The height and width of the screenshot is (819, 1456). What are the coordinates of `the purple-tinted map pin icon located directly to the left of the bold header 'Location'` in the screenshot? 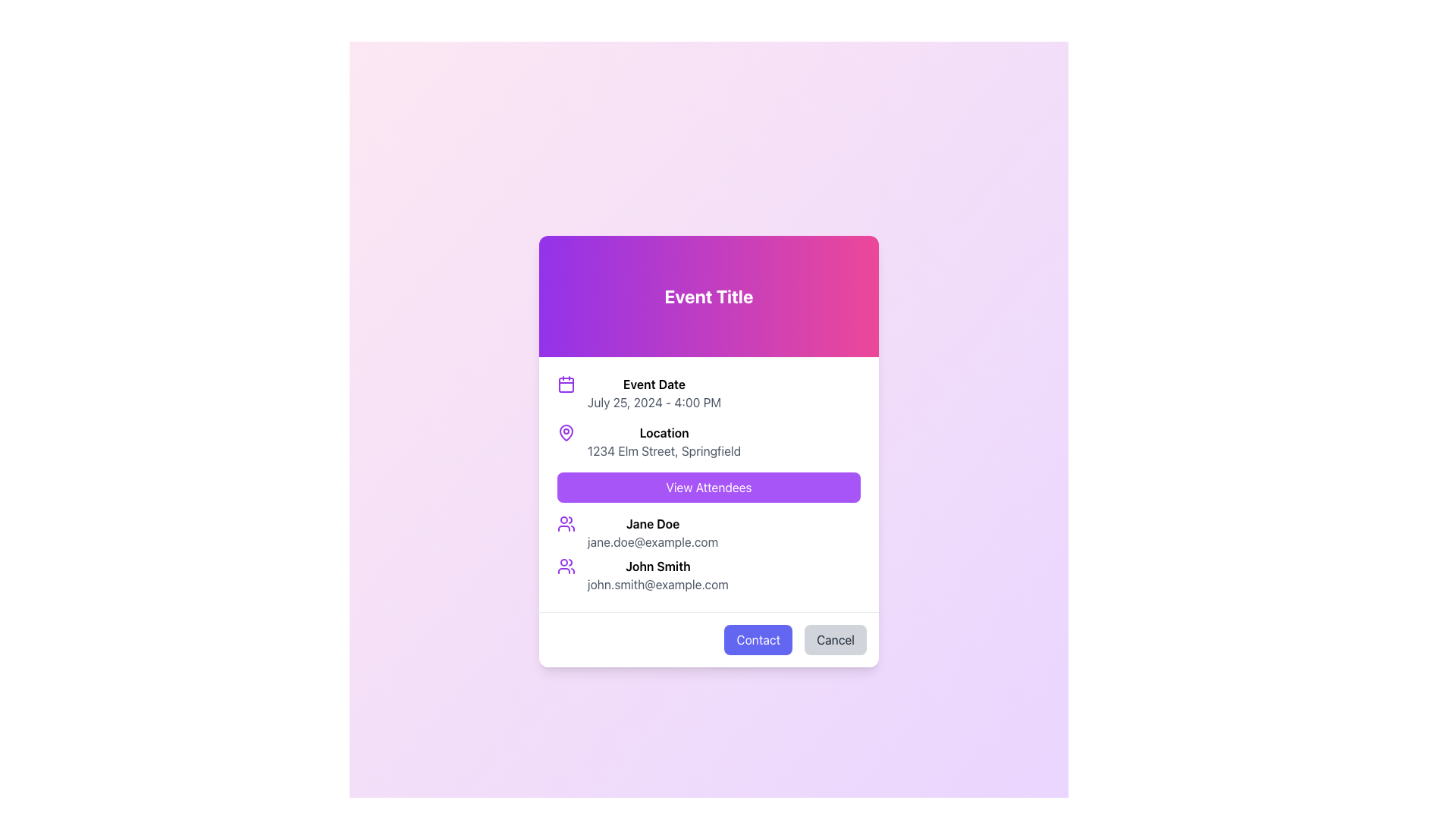 It's located at (566, 432).